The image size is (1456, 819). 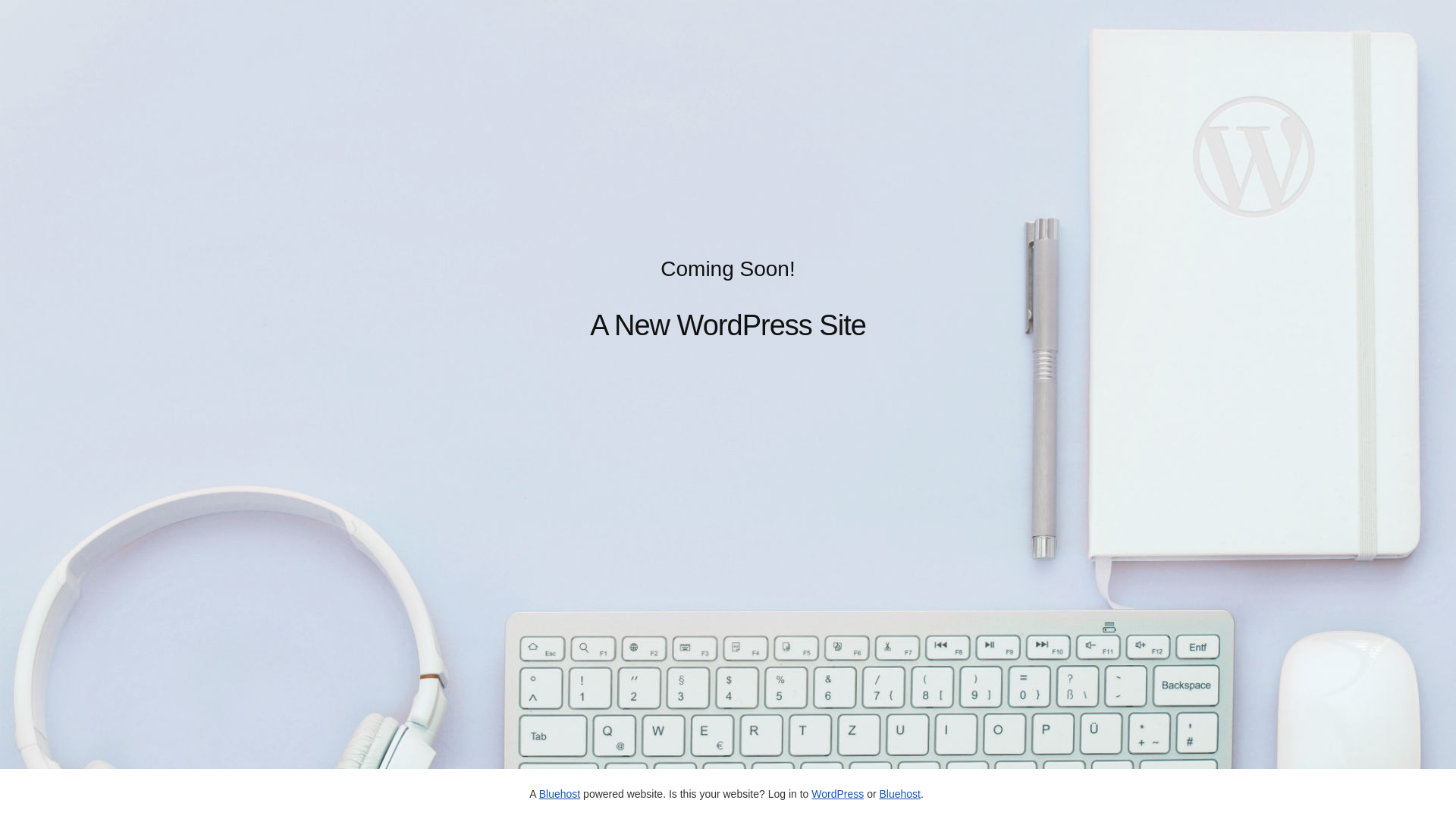 I want to click on 'WordPress', so click(x=811, y=792).